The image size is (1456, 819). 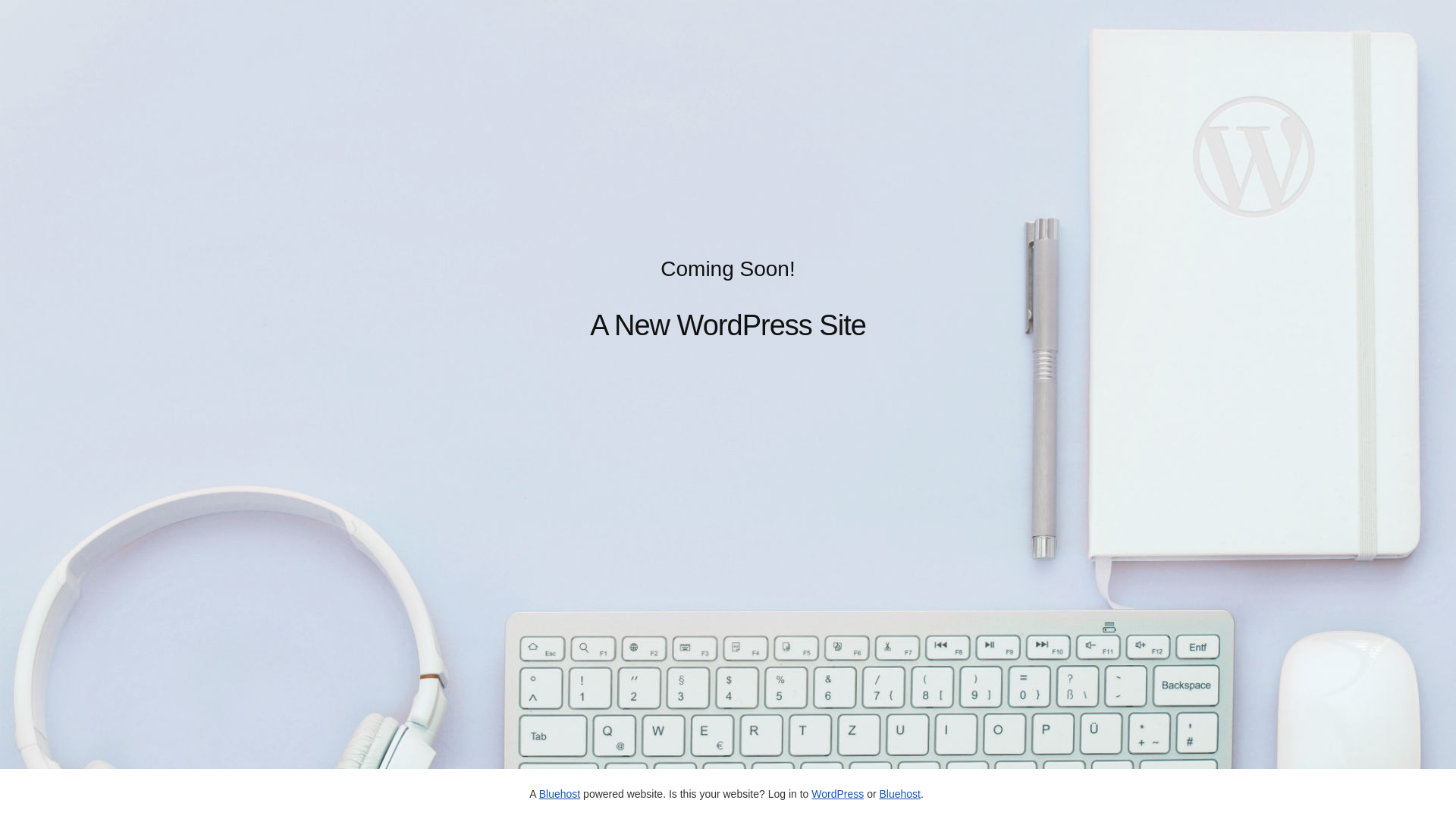 I want to click on 'WordPress', so click(x=811, y=792).